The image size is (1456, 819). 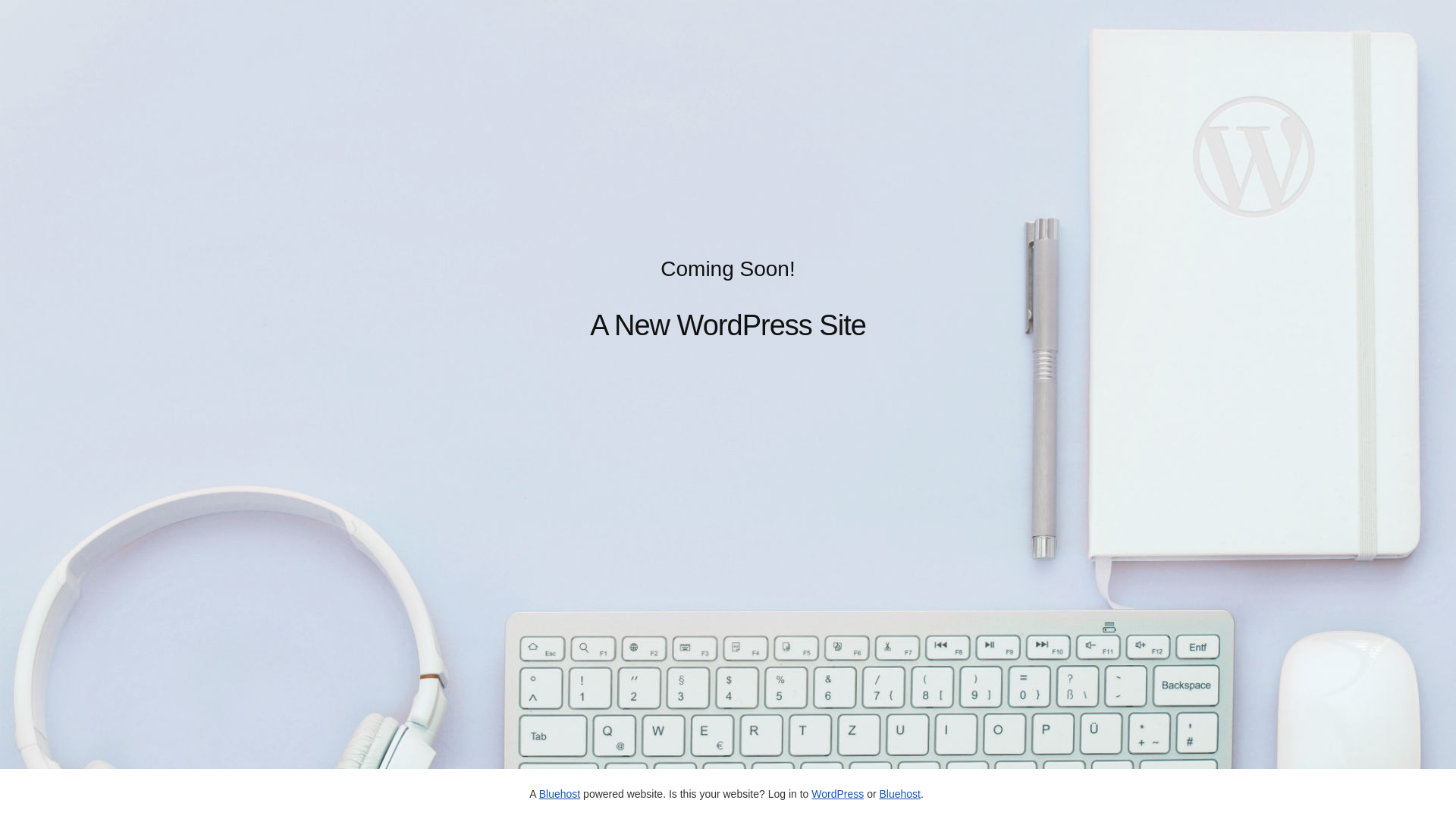 I want to click on 'WordPress', so click(x=811, y=792).